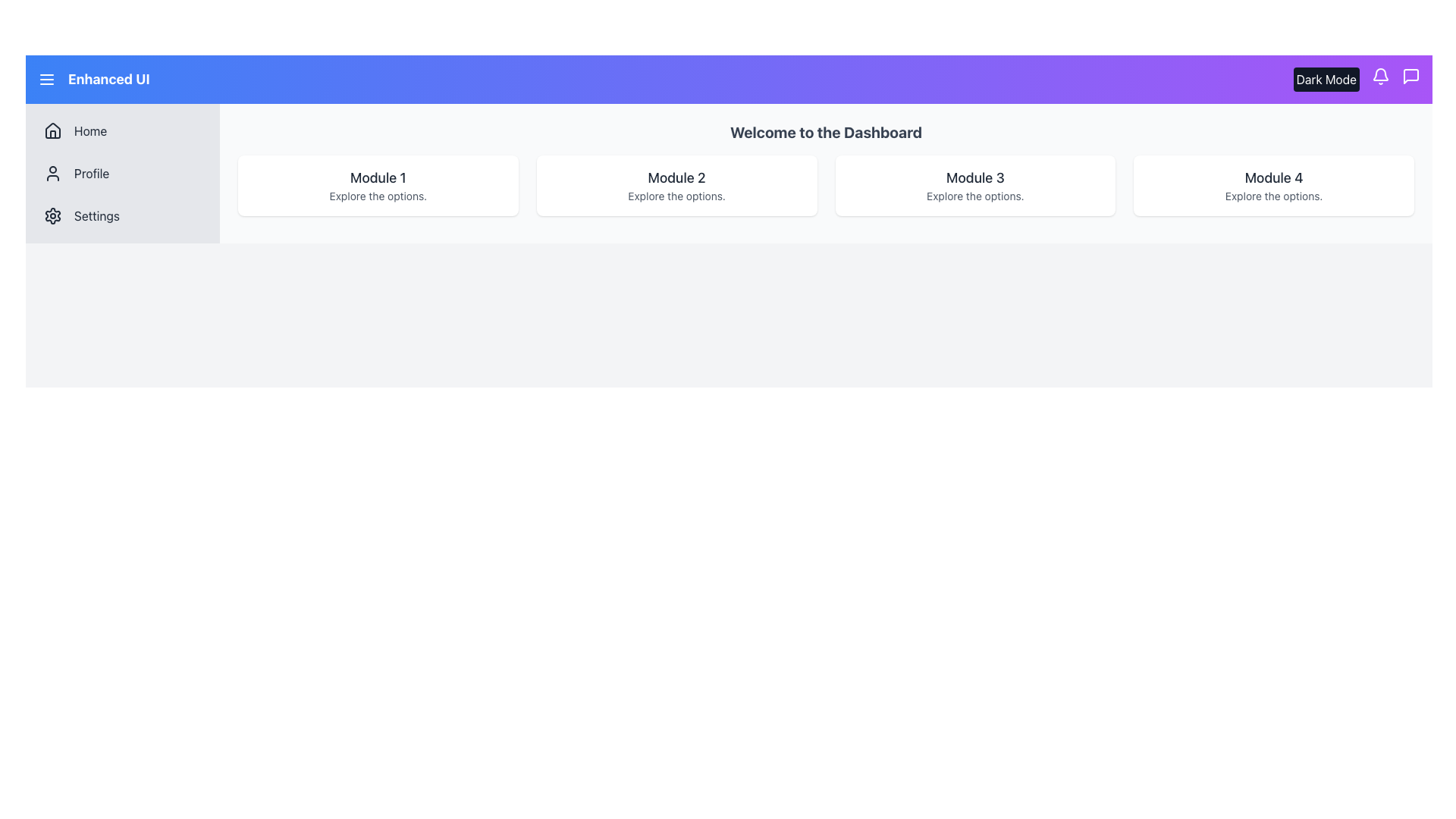  What do you see at coordinates (825, 131) in the screenshot?
I see `the static text header that introduces the dashboard content, positioned at the top-center of the layout above the module cards` at bounding box center [825, 131].